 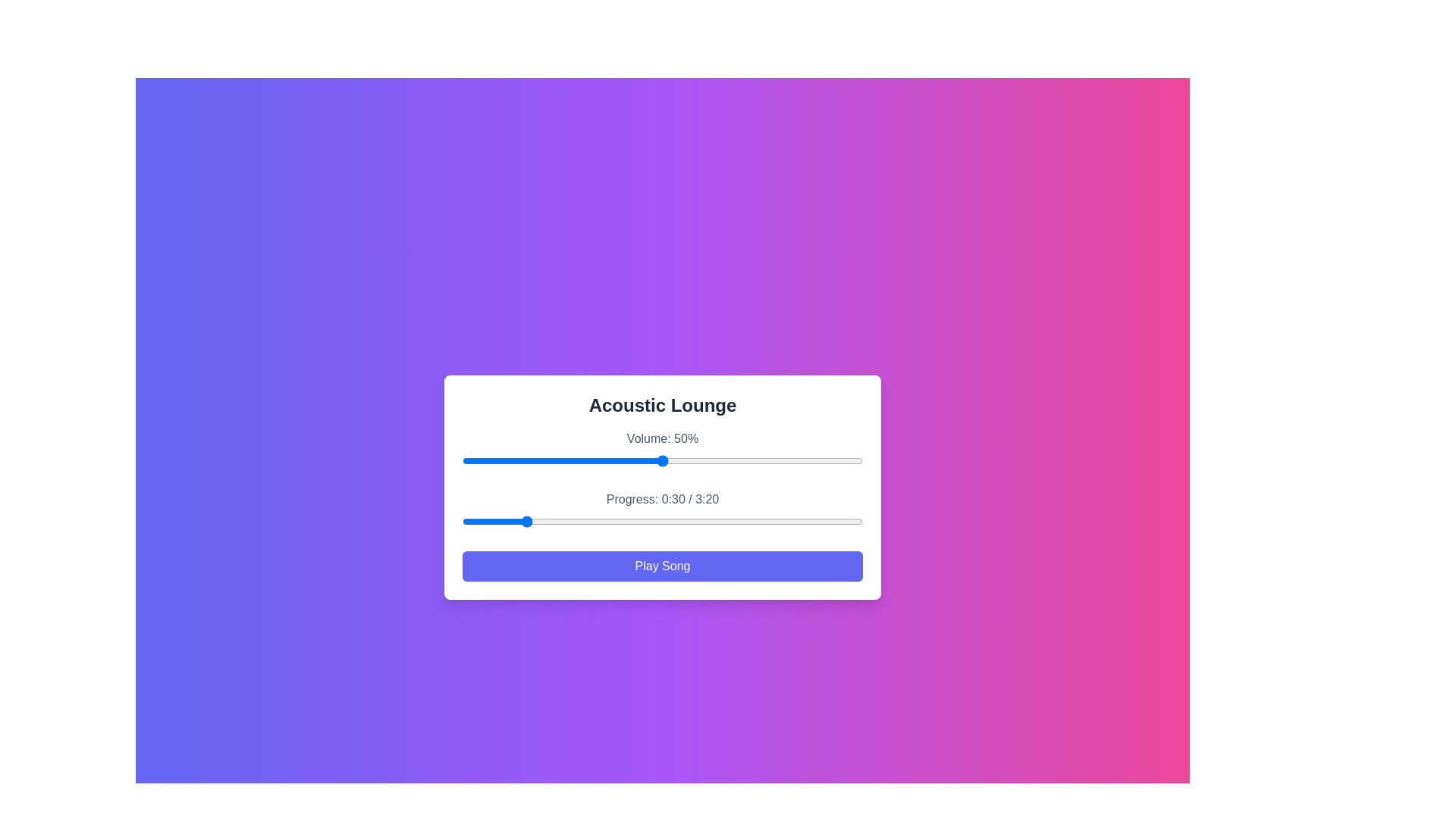 I want to click on the title text 'Acoustic Lounge' to read it, so click(x=662, y=405).